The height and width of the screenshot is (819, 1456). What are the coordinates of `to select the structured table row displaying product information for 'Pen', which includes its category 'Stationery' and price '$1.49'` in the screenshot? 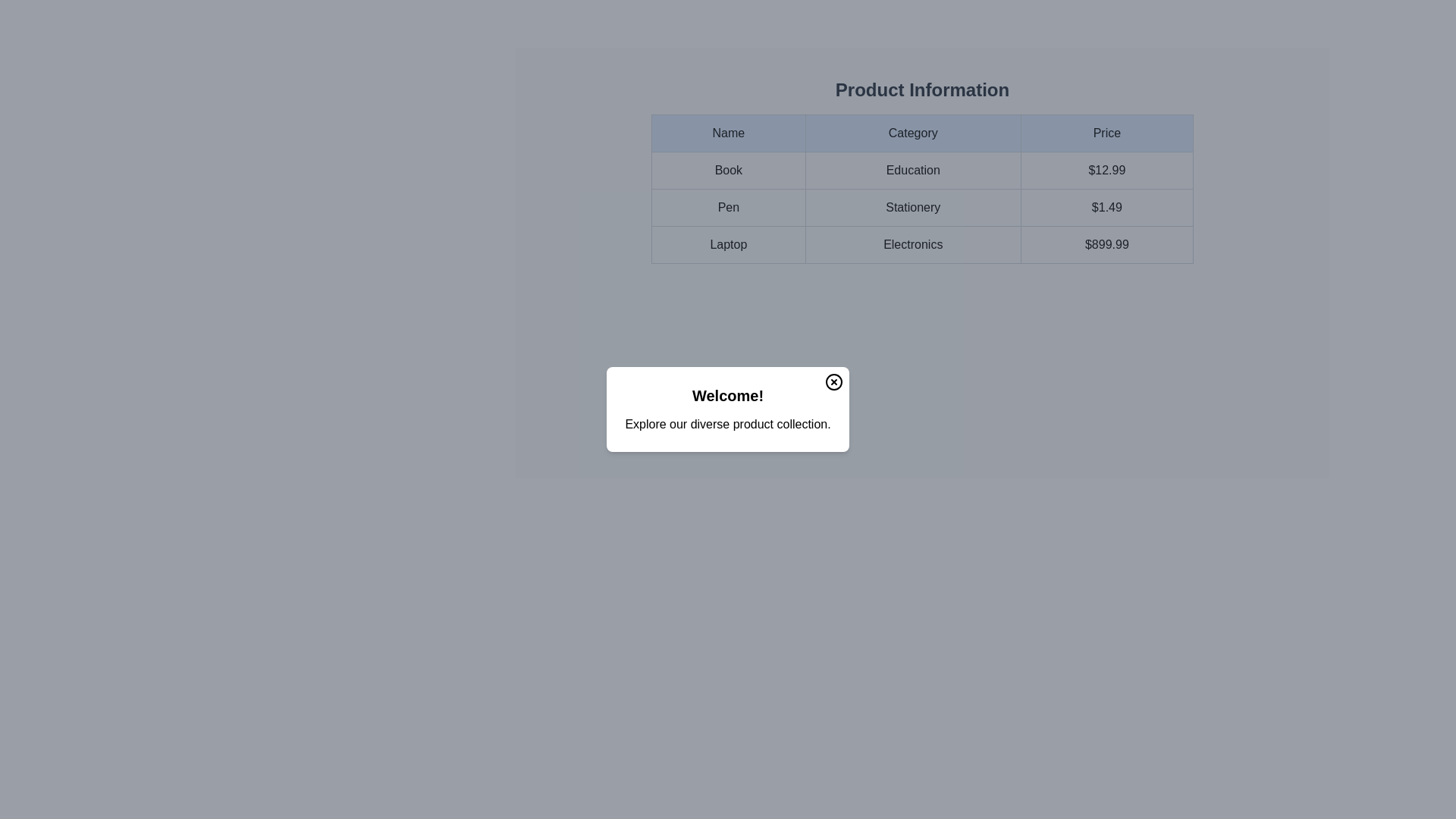 It's located at (921, 207).